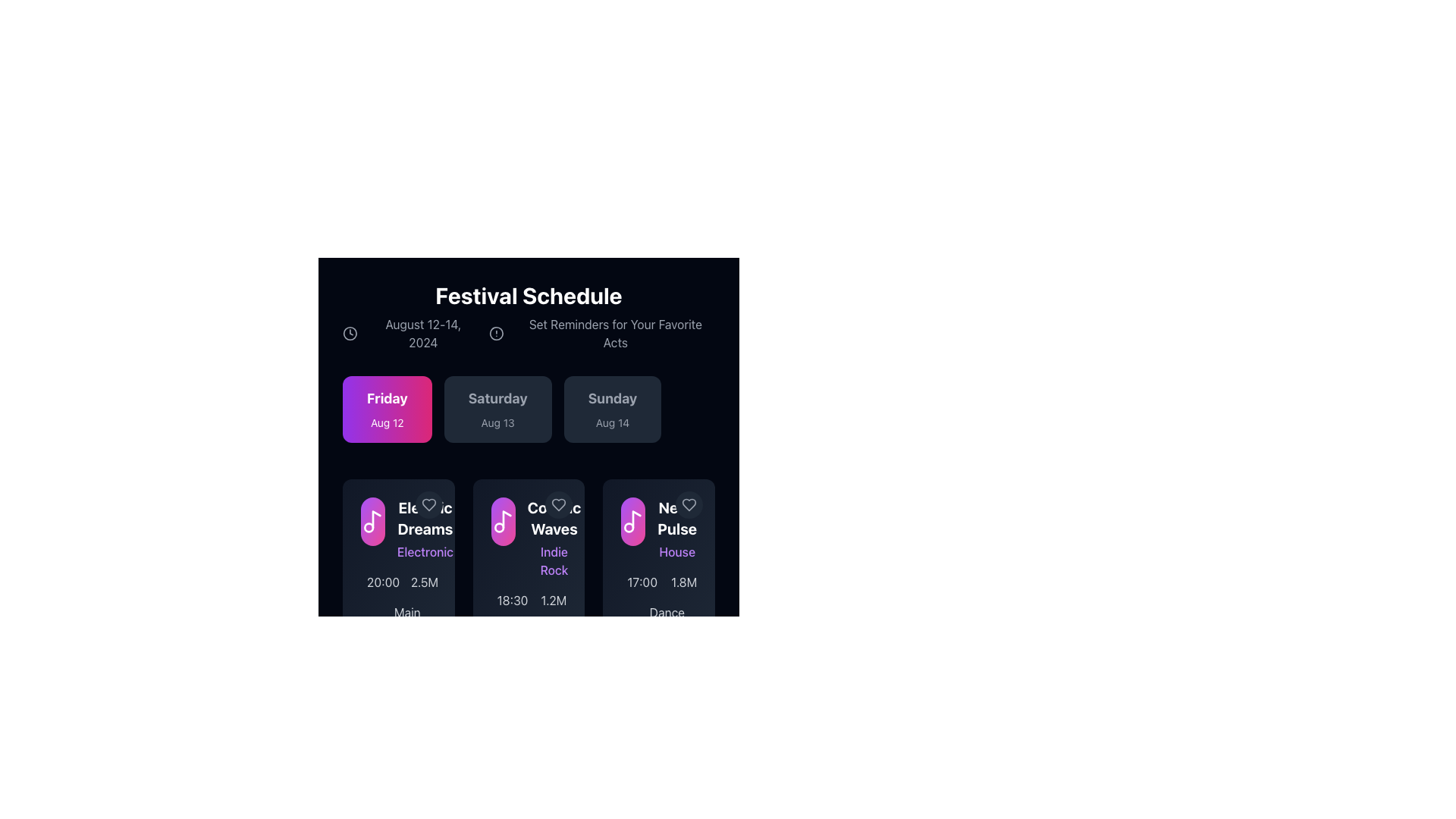  Describe the element at coordinates (366, 622) in the screenshot. I see `the map pin icon located near the bottom-left corner of a section, adjacent to text and other icons` at that location.